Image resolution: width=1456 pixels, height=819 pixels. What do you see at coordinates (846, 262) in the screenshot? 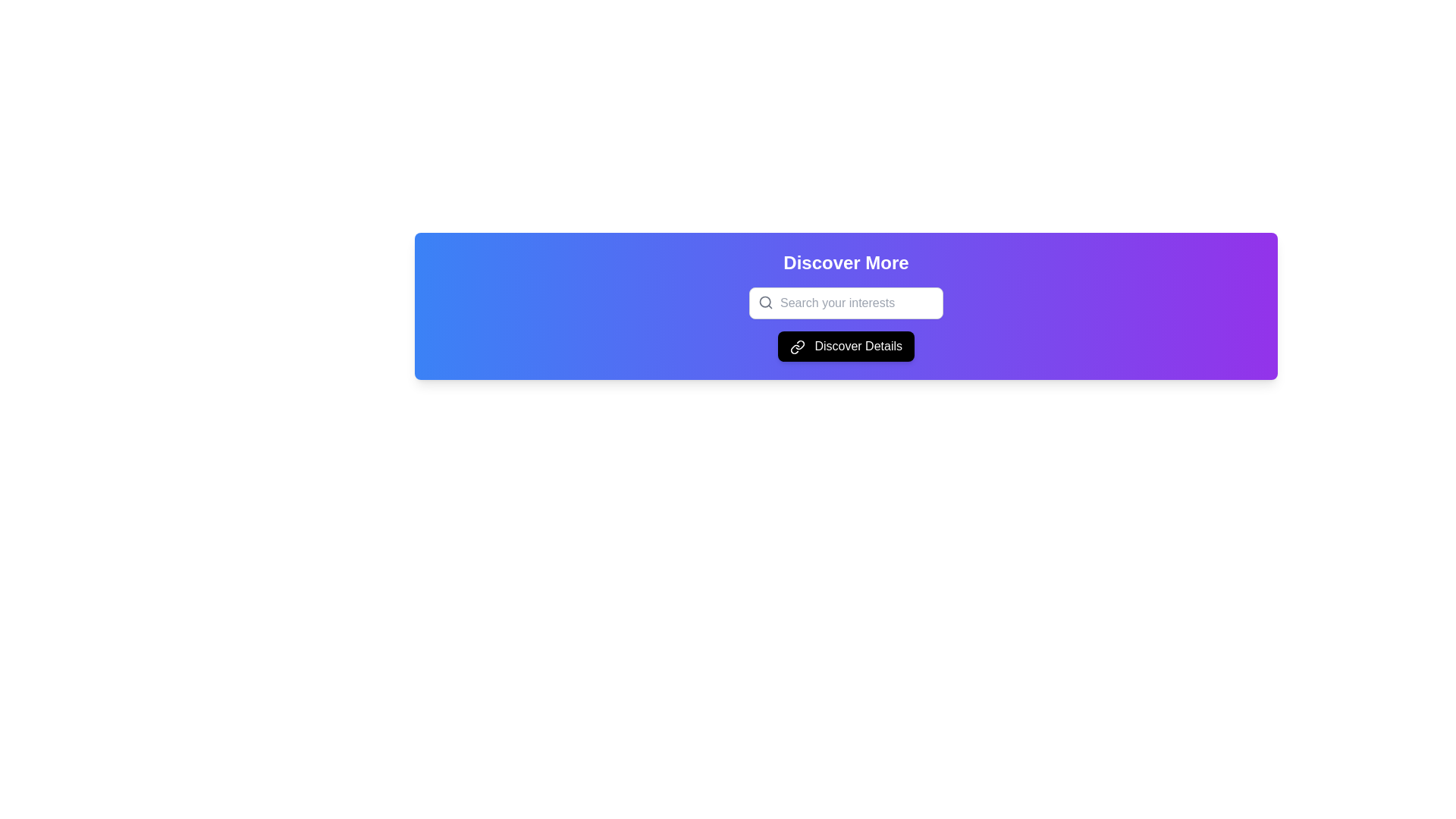
I see `the Text Label that serves as a header or title, located above the search bar and the 'Discover Details' button` at bounding box center [846, 262].